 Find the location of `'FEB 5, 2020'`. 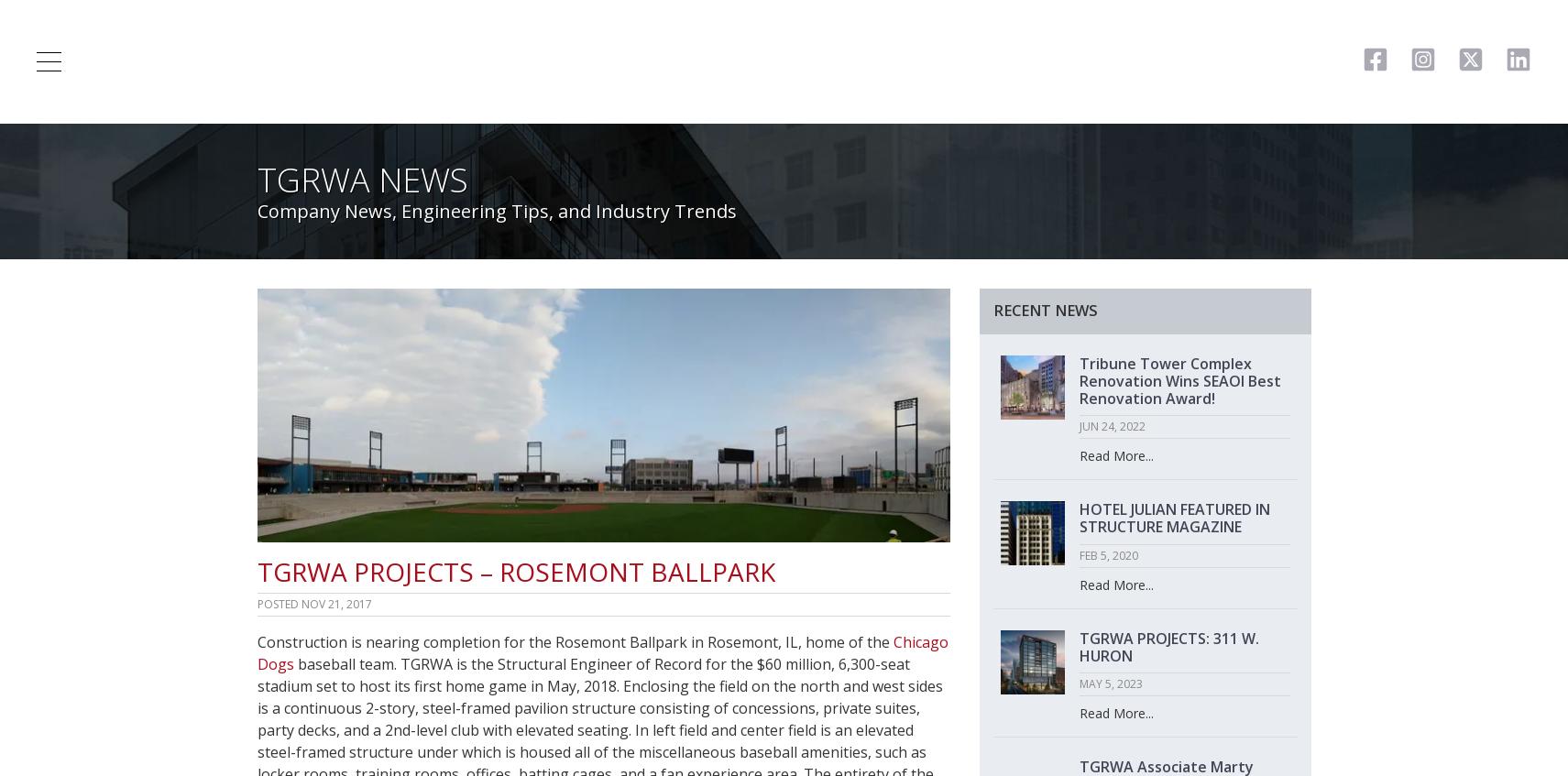

'FEB 5, 2020' is located at coordinates (1106, 554).